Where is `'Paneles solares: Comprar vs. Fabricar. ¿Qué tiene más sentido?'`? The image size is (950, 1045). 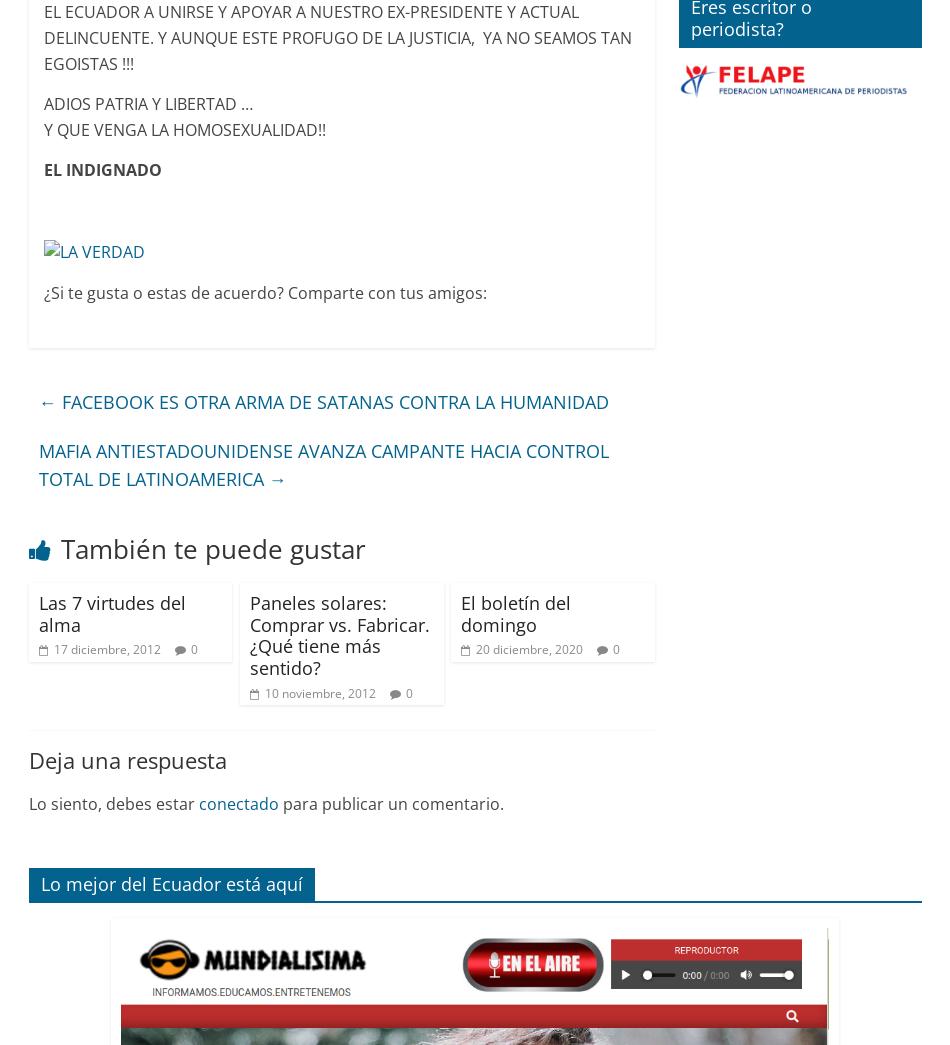 'Paneles solares: Comprar vs. Fabricar. ¿Qué tiene más sentido?' is located at coordinates (247, 634).